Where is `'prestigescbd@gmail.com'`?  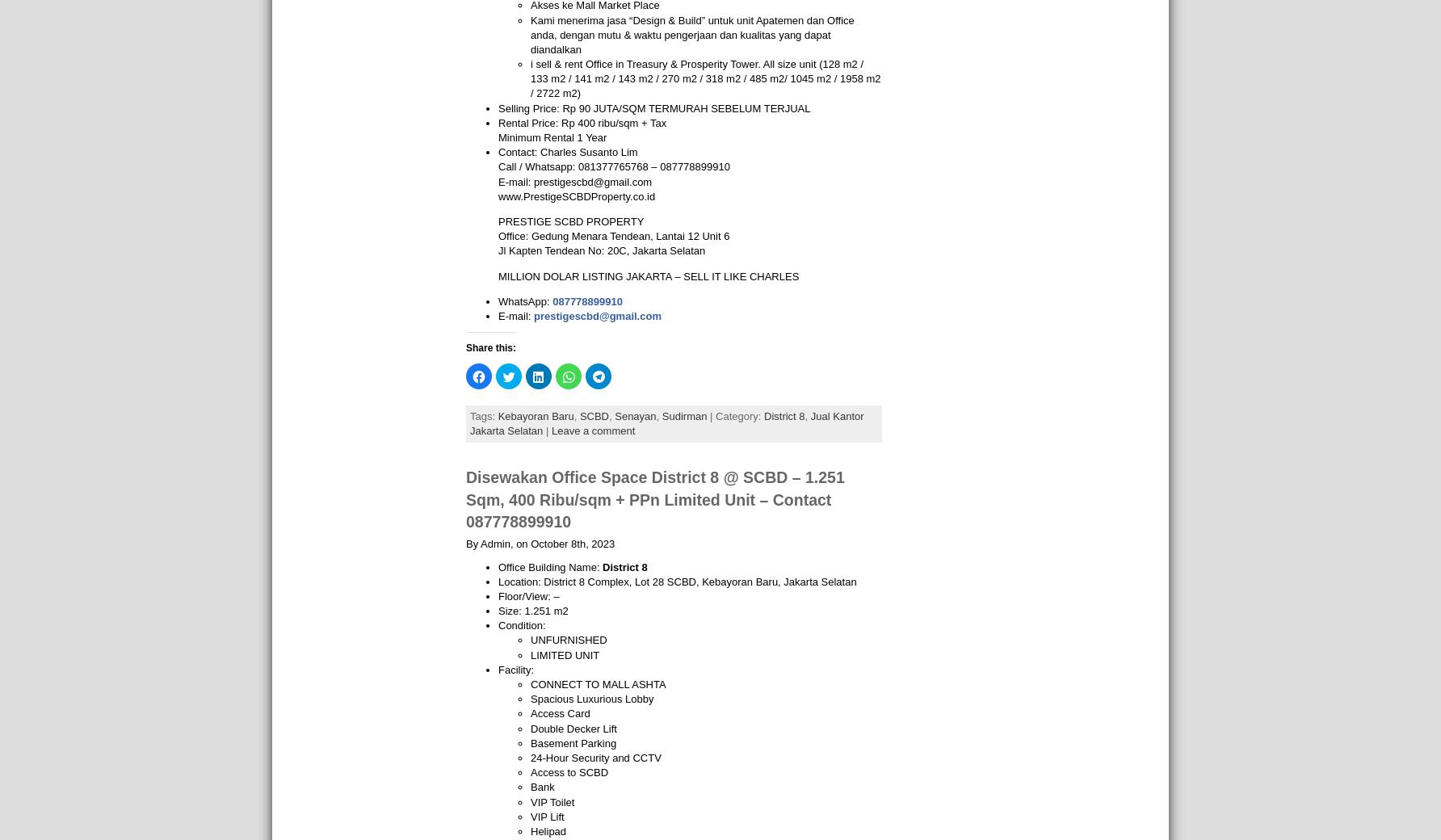 'prestigescbd@gmail.com' is located at coordinates (597, 314).